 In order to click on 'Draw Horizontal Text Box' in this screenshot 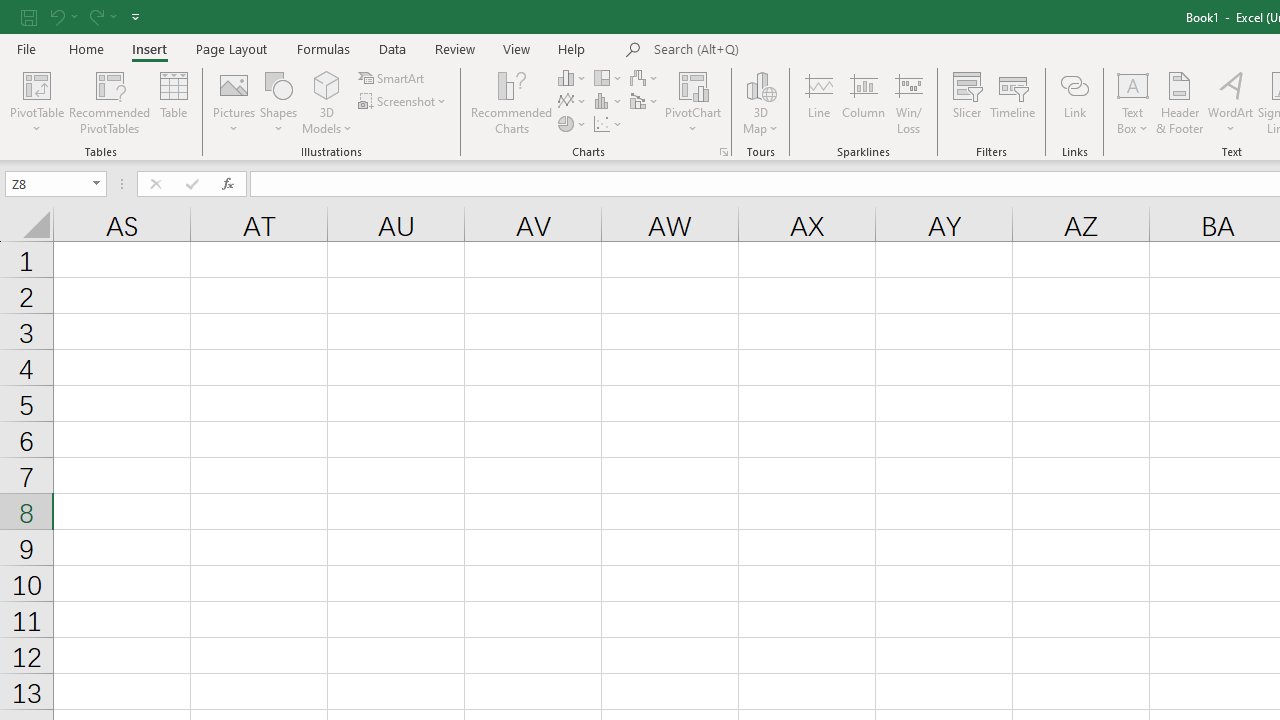, I will do `click(1133, 84)`.